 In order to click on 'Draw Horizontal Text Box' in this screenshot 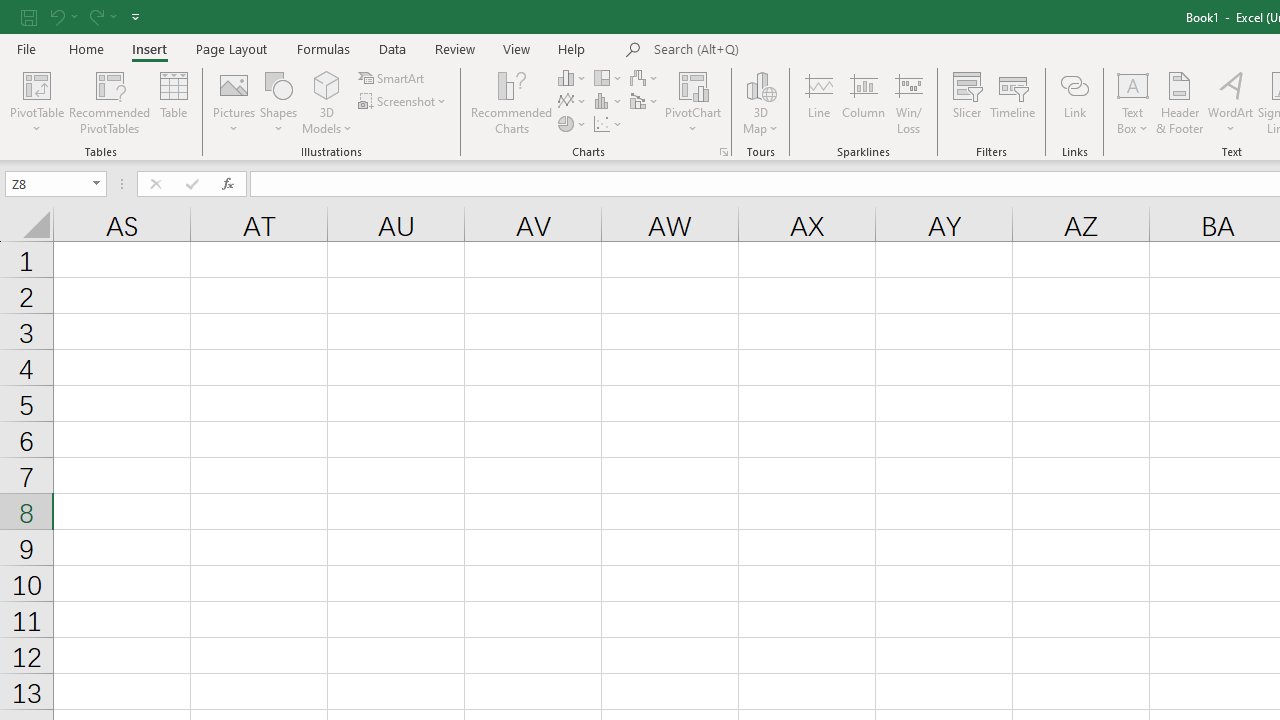, I will do `click(1133, 84)`.